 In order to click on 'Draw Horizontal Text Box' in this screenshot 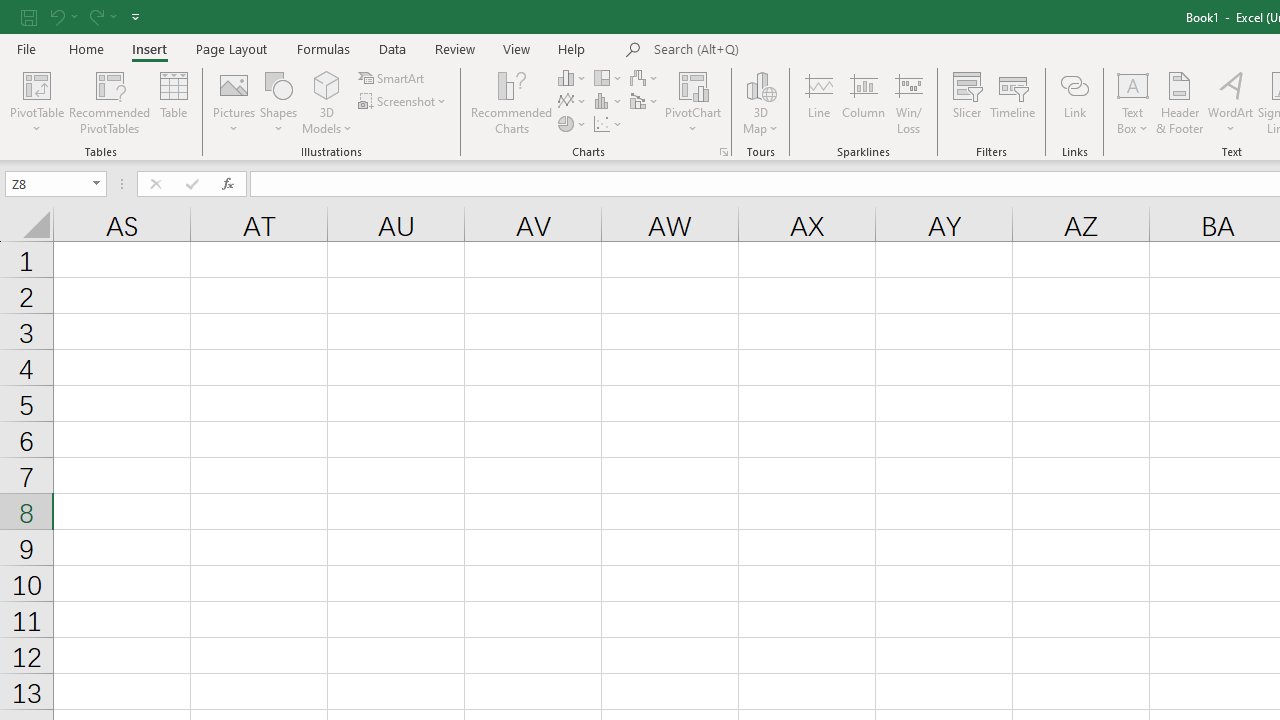, I will do `click(1133, 84)`.